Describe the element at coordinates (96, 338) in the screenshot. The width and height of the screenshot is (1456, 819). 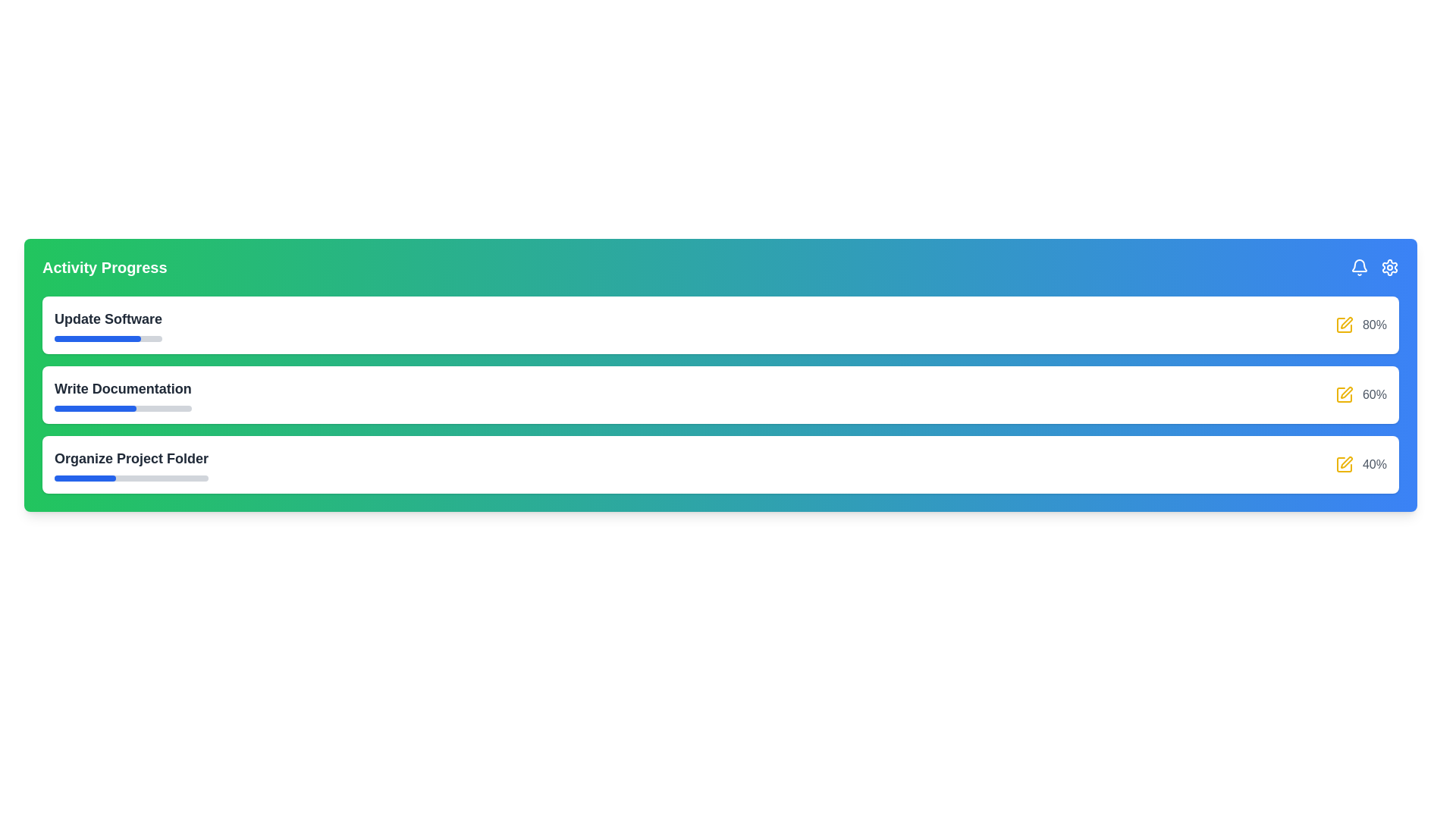
I see `the progress bar segment indicating 80% completion located below the 'Update Software' text` at that location.